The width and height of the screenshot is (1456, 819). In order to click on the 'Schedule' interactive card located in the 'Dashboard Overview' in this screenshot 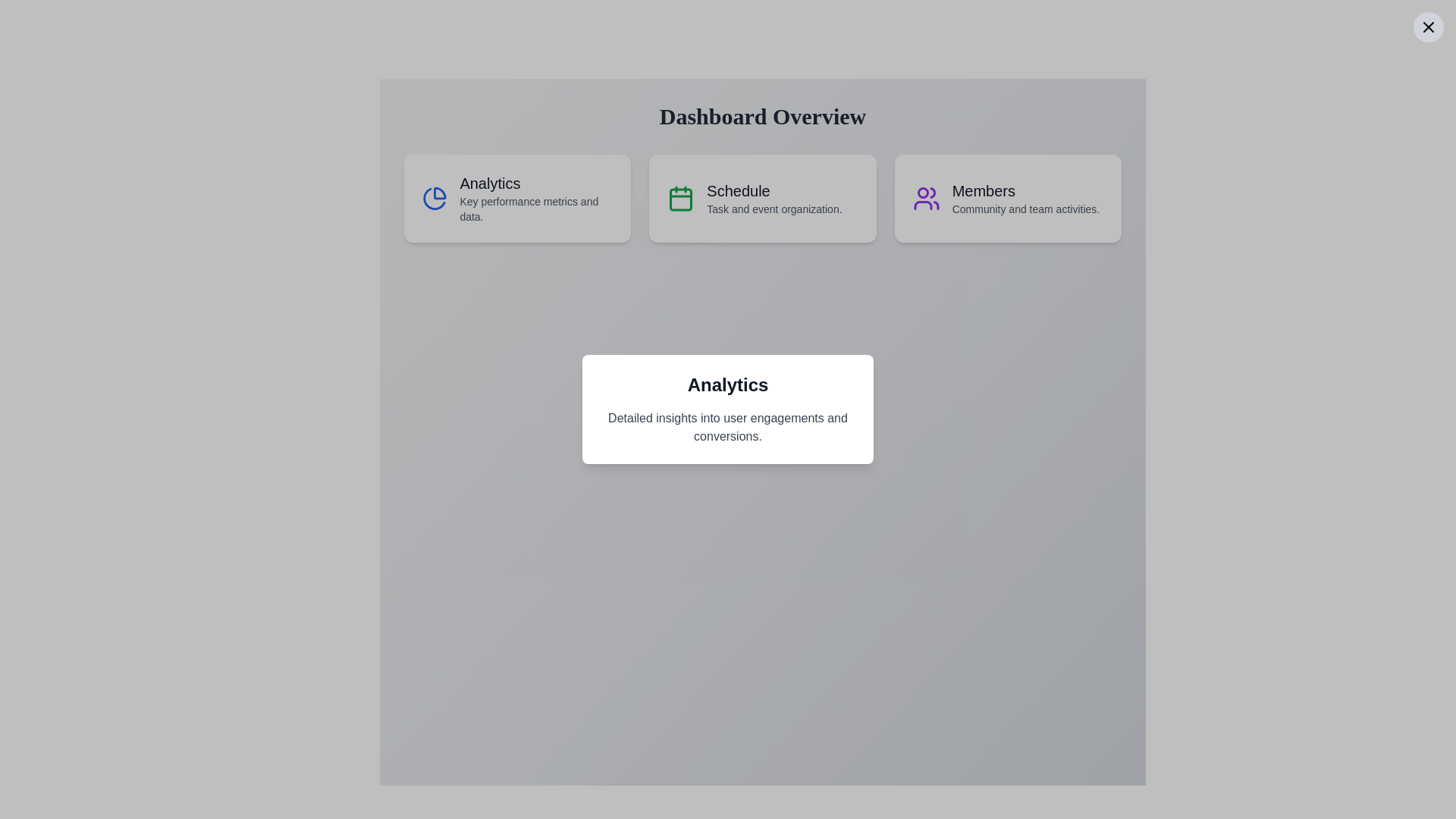, I will do `click(763, 198)`.